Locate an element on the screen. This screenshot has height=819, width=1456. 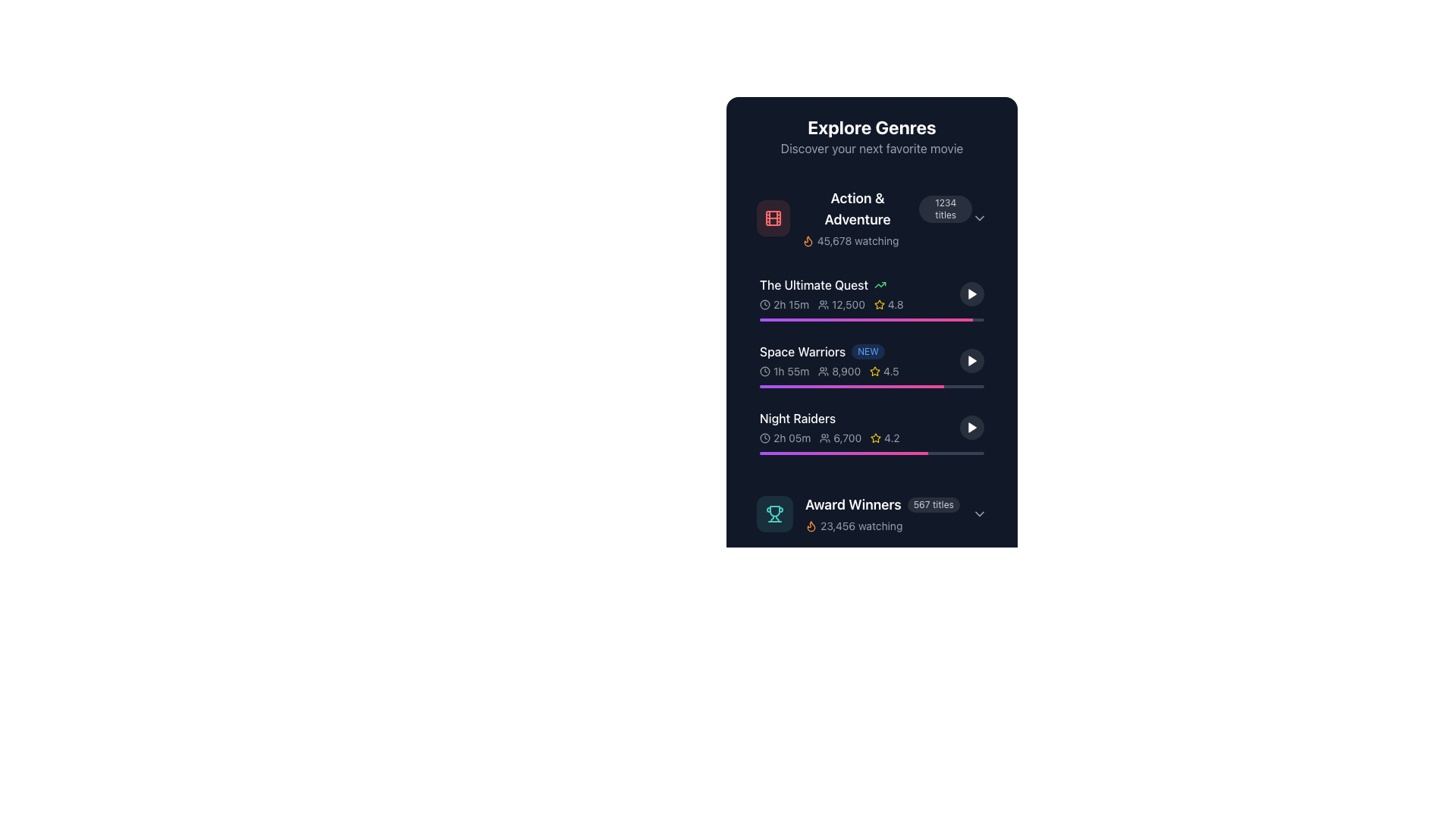
the text label that serves as the title of a movie or series in the 'Explore Genres' section, specifically the third entry in the list of movie titles under 'Action & Adventure' is located at coordinates (802, 351).